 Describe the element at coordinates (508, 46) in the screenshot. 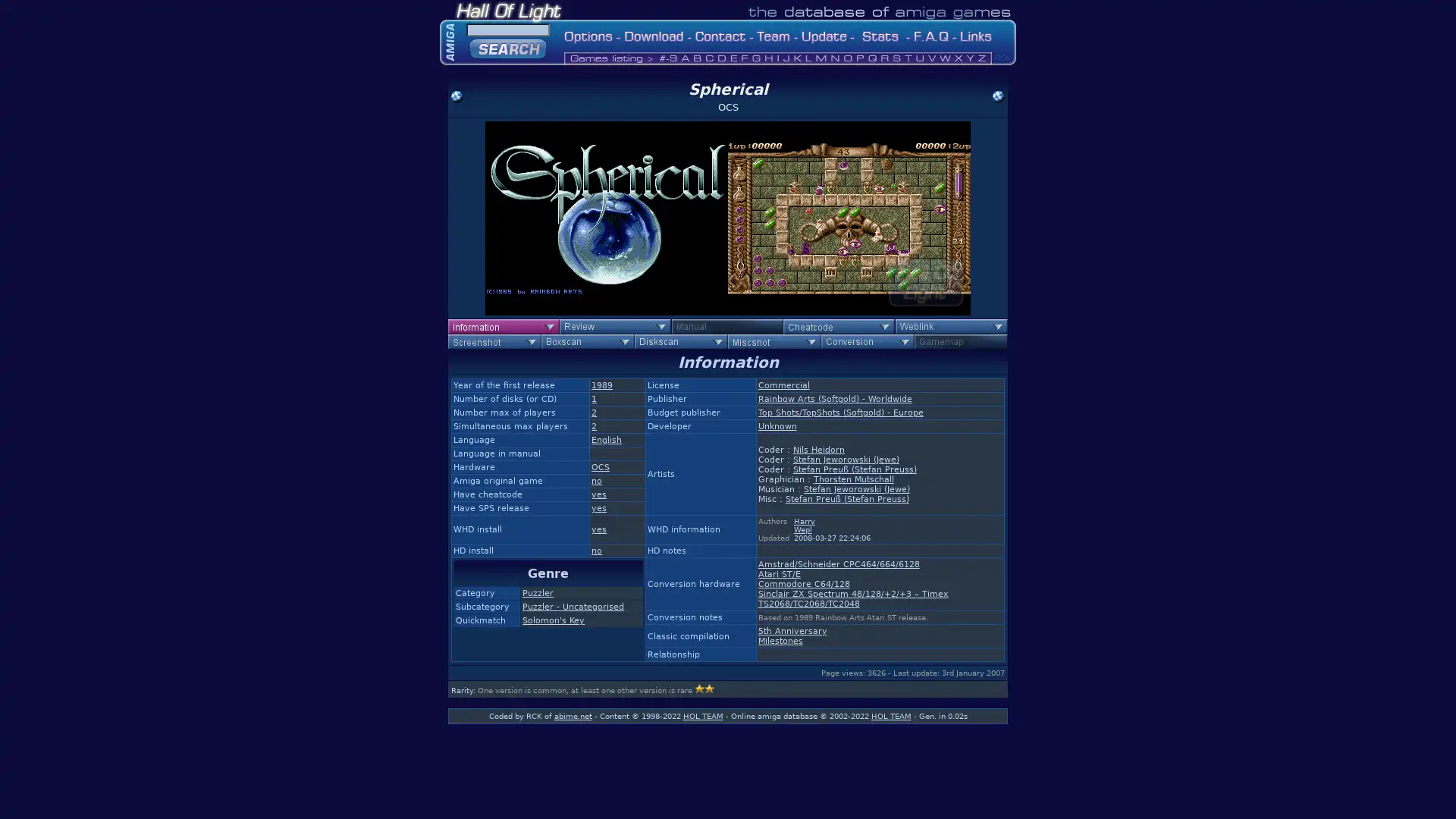

I see `Submit` at that location.